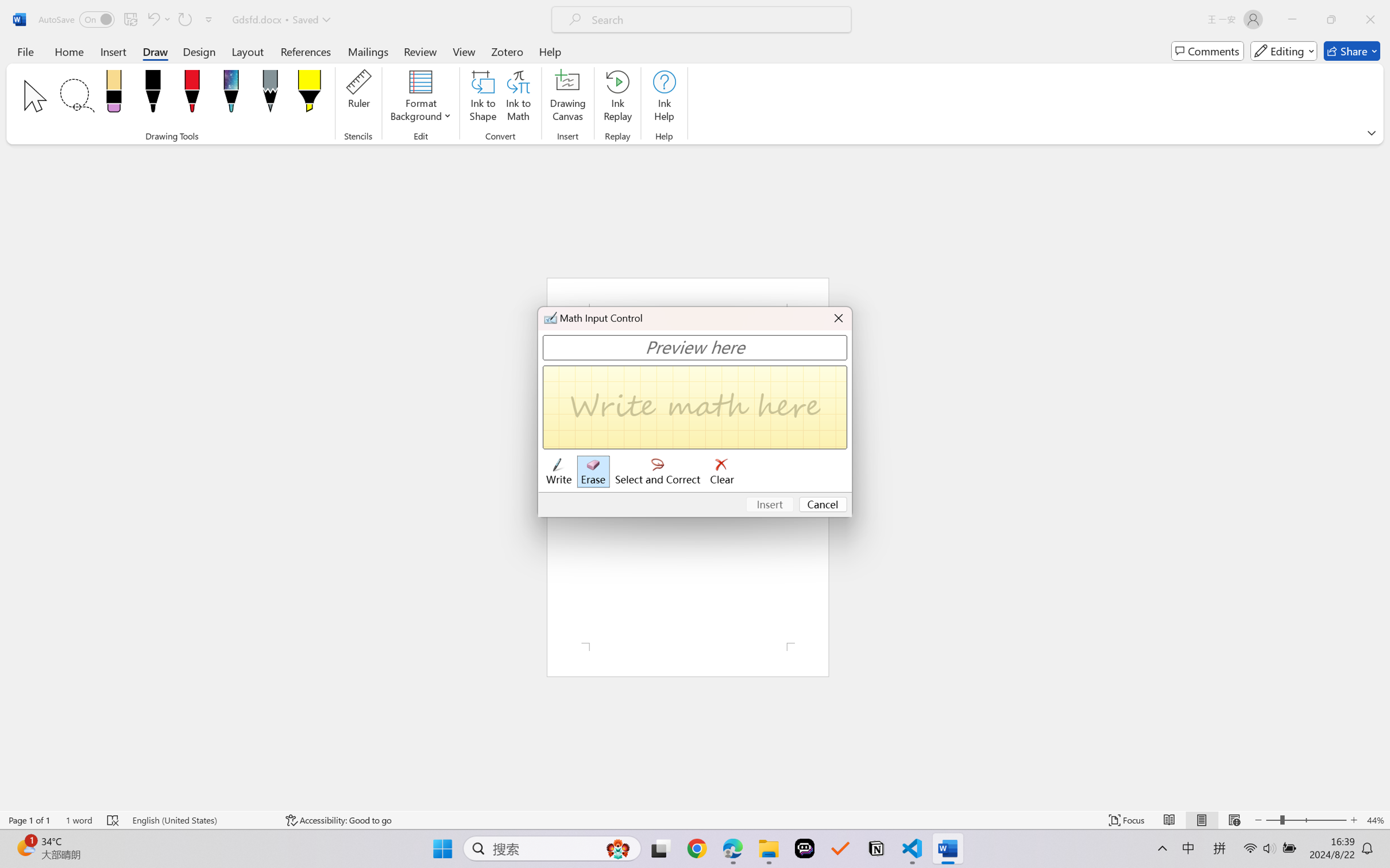 The width and height of the screenshot is (1390, 868). I want to click on 'Select and Correct', so click(658, 471).